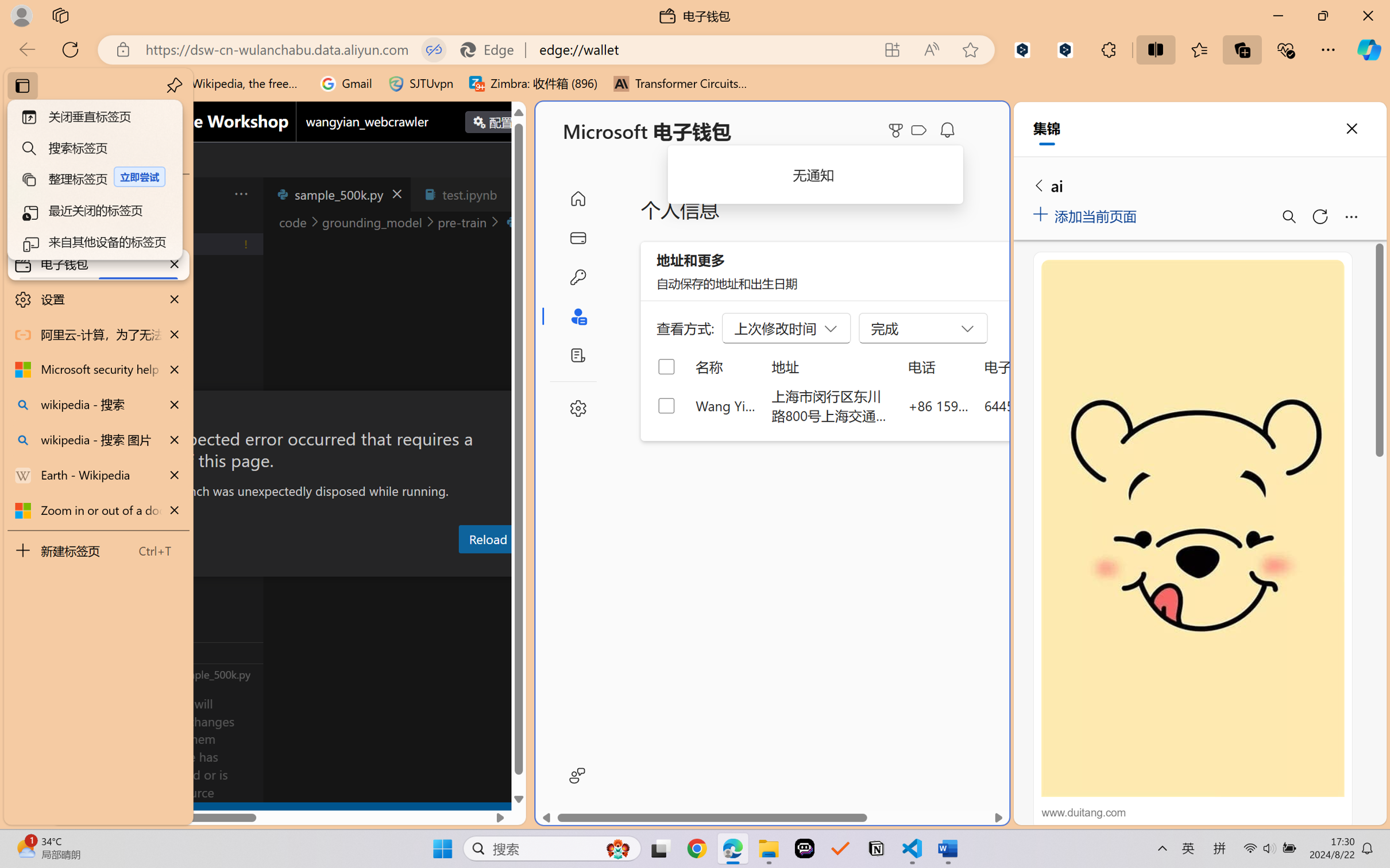  What do you see at coordinates (680, 83) in the screenshot?
I see `'Transformer Circuits Thread'` at bounding box center [680, 83].